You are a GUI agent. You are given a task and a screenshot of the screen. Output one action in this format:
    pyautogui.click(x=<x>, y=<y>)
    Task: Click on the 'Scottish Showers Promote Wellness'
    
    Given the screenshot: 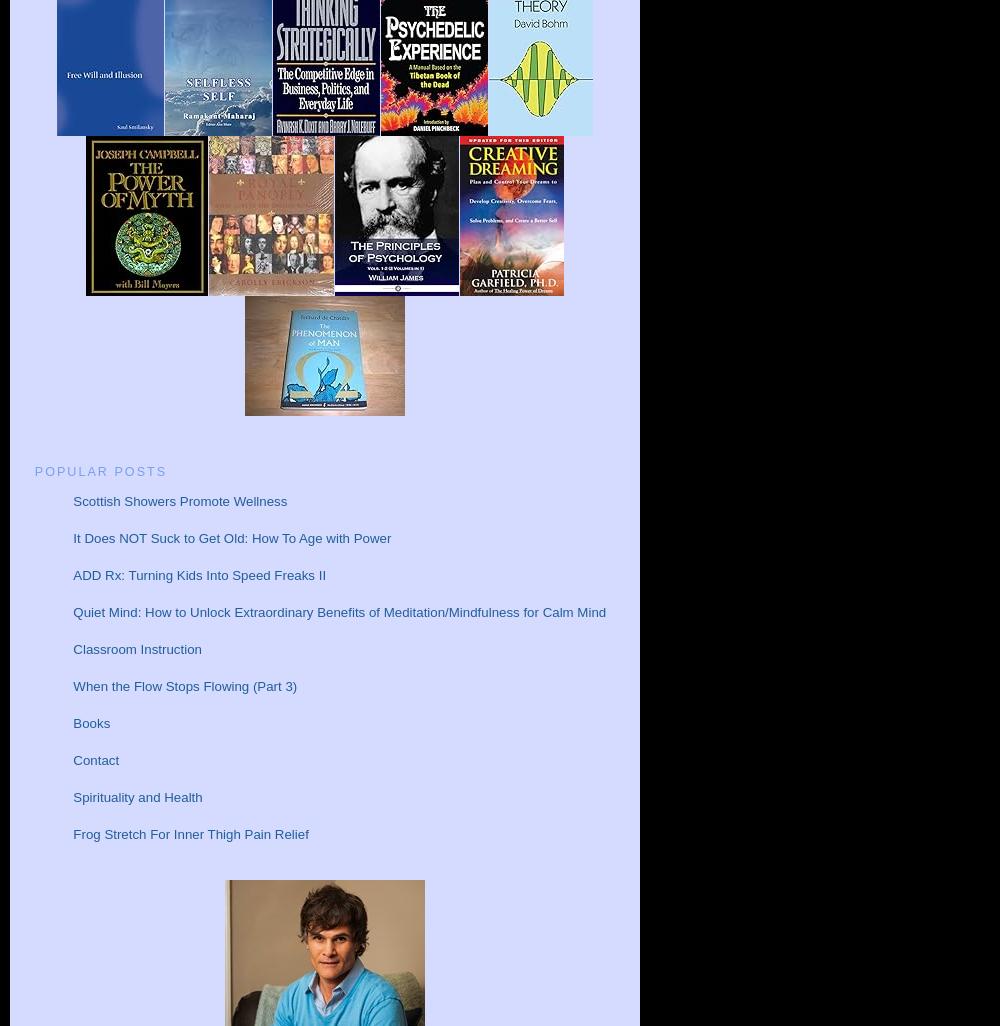 What is the action you would take?
    pyautogui.click(x=72, y=499)
    